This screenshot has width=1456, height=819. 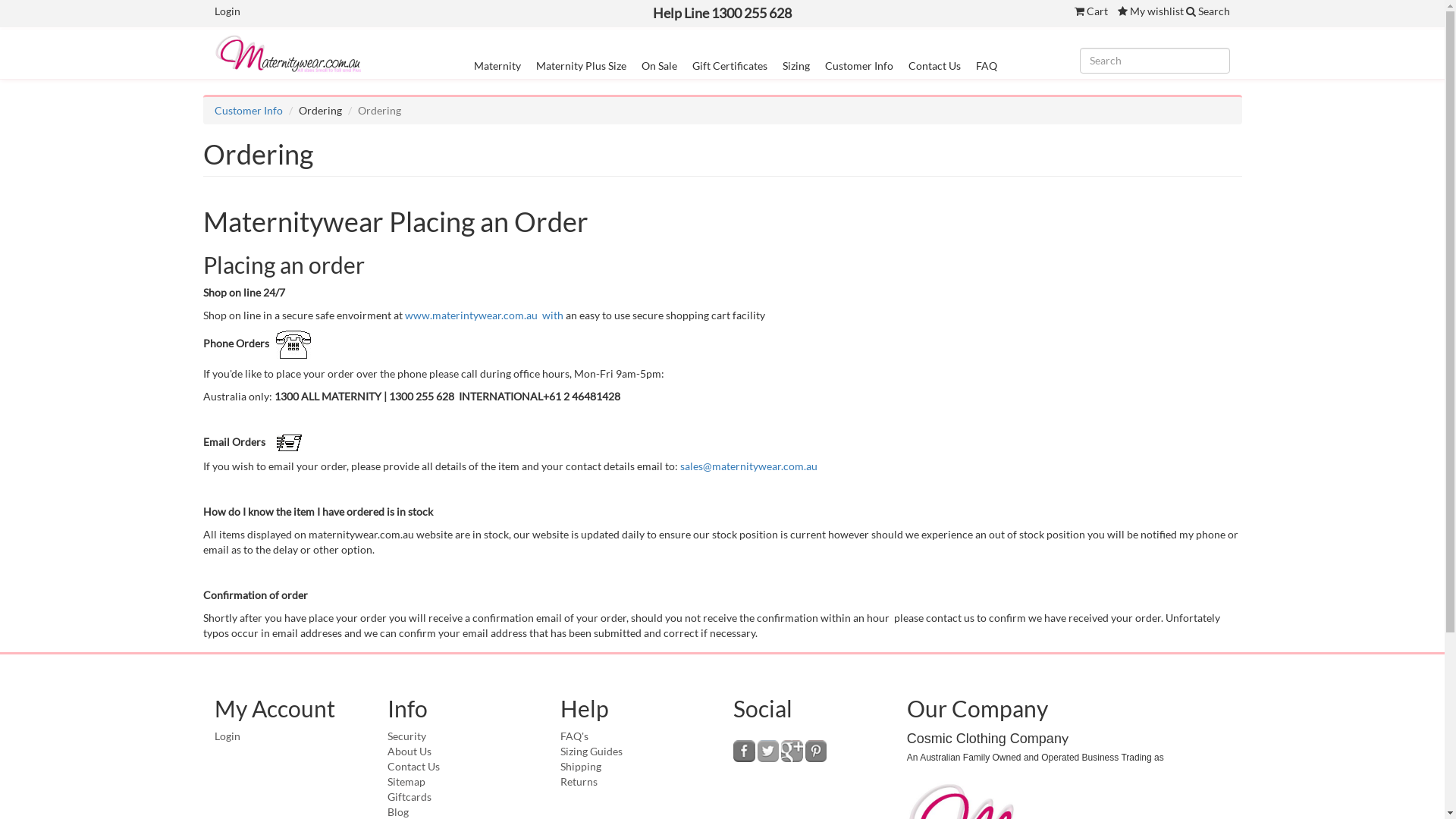 What do you see at coordinates (483, 314) in the screenshot?
I see `'www.materintywear.com.au  with'` at bounding box center [483, 314].